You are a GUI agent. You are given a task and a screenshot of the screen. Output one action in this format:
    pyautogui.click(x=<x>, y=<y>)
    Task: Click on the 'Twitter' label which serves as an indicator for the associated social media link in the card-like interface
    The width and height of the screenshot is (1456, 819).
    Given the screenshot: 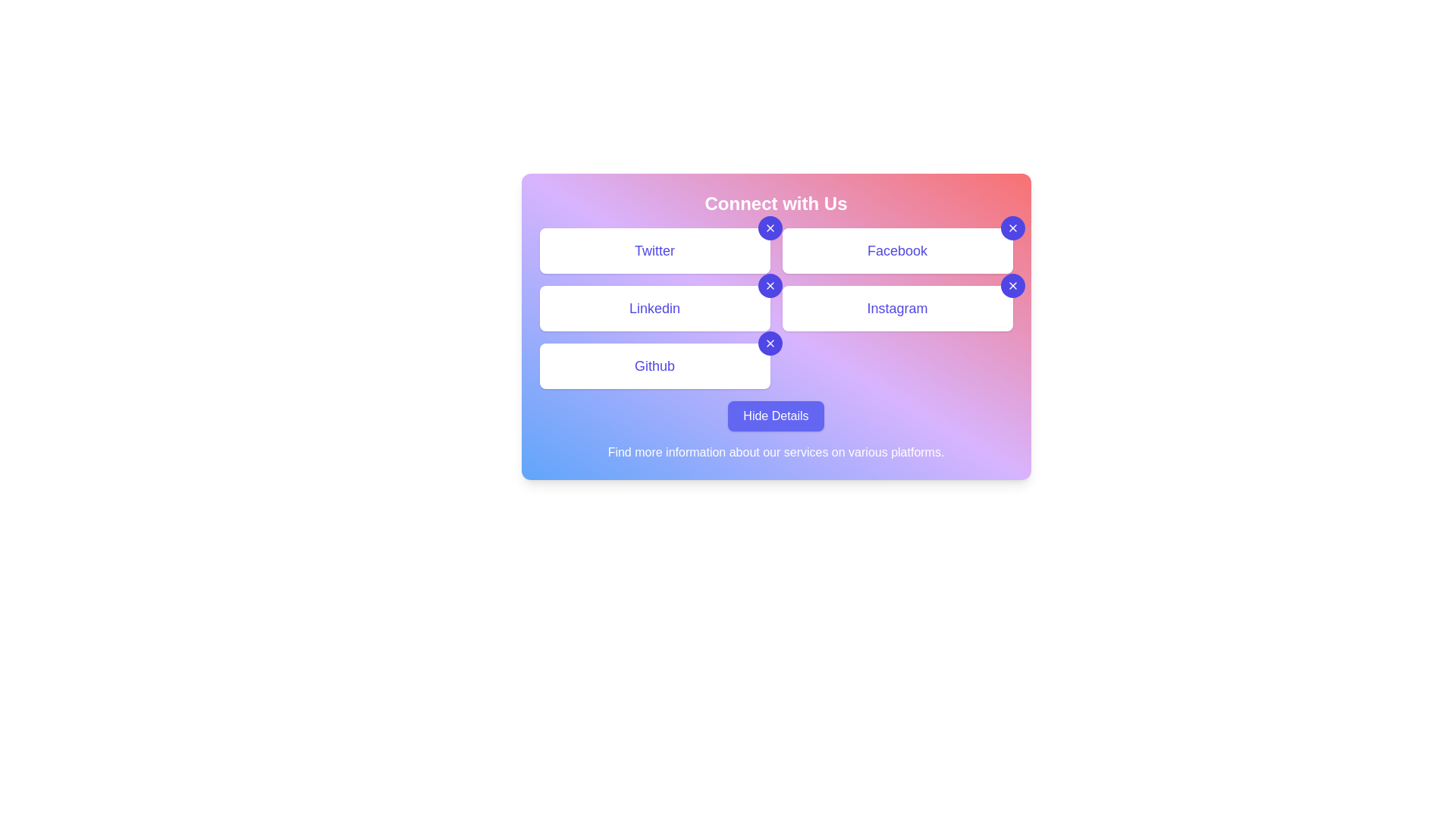 What is the action you would take?
    pyautogui.click(x=654, y=250)
    